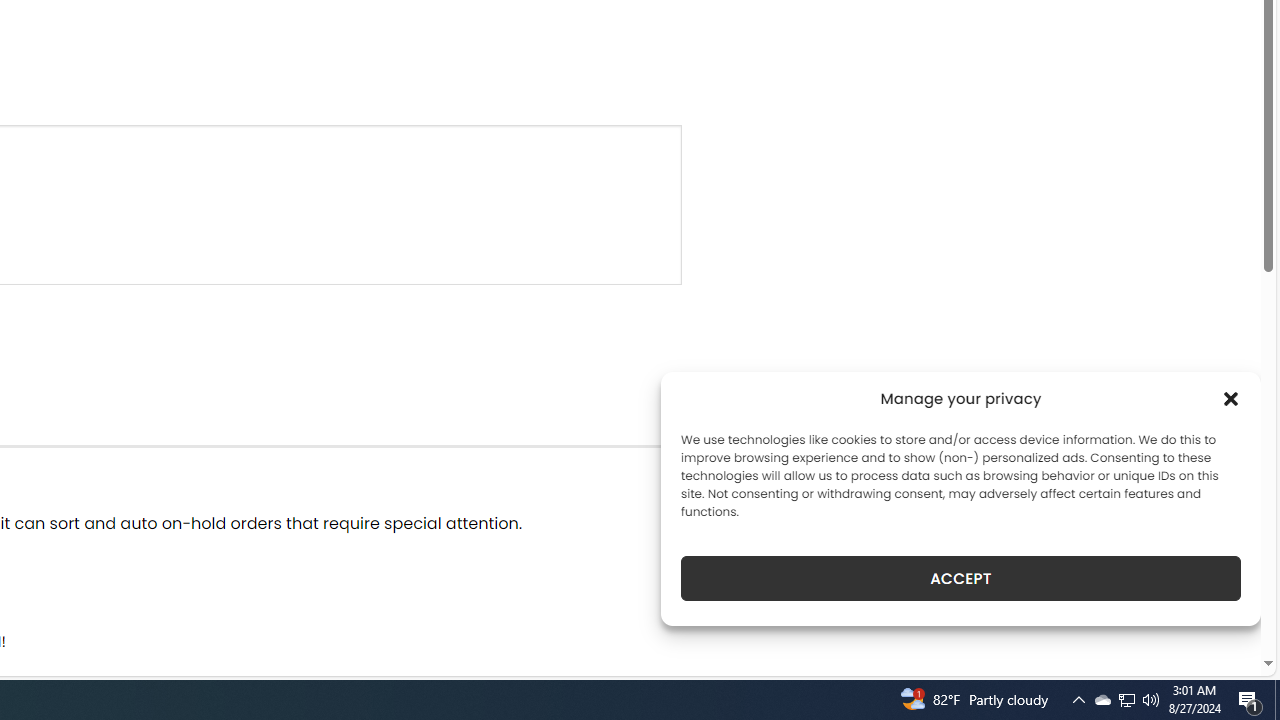 Image resolution: width=1280 pixels, height=720 pixels. What do you see at coordinates (1230, 398) in the screenshot?
I see `'Class: cmplz-close'` at bounding box center [1230, 398].